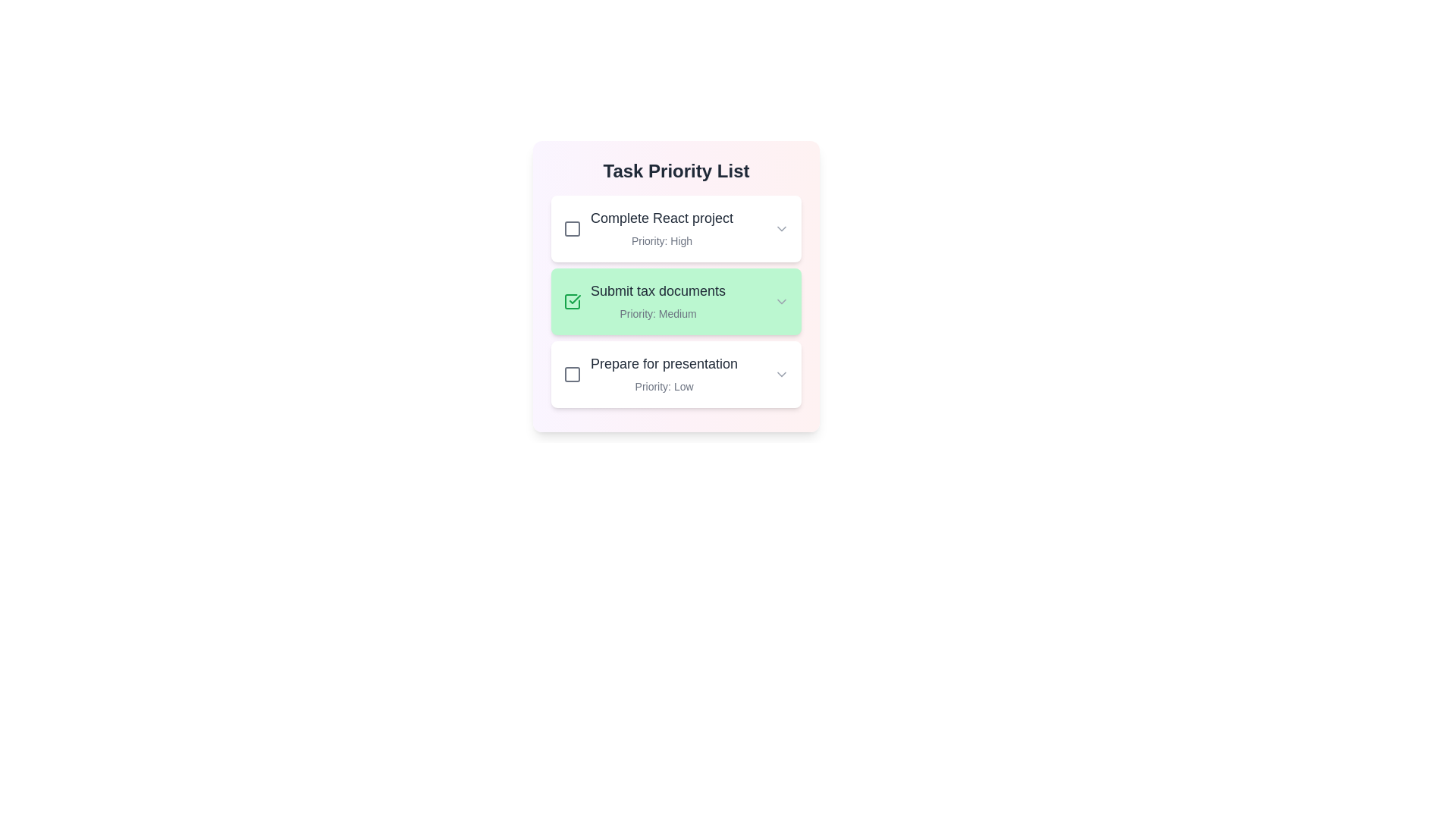  I want to click on the task with the title Submit tax documents, so click(676, 301).